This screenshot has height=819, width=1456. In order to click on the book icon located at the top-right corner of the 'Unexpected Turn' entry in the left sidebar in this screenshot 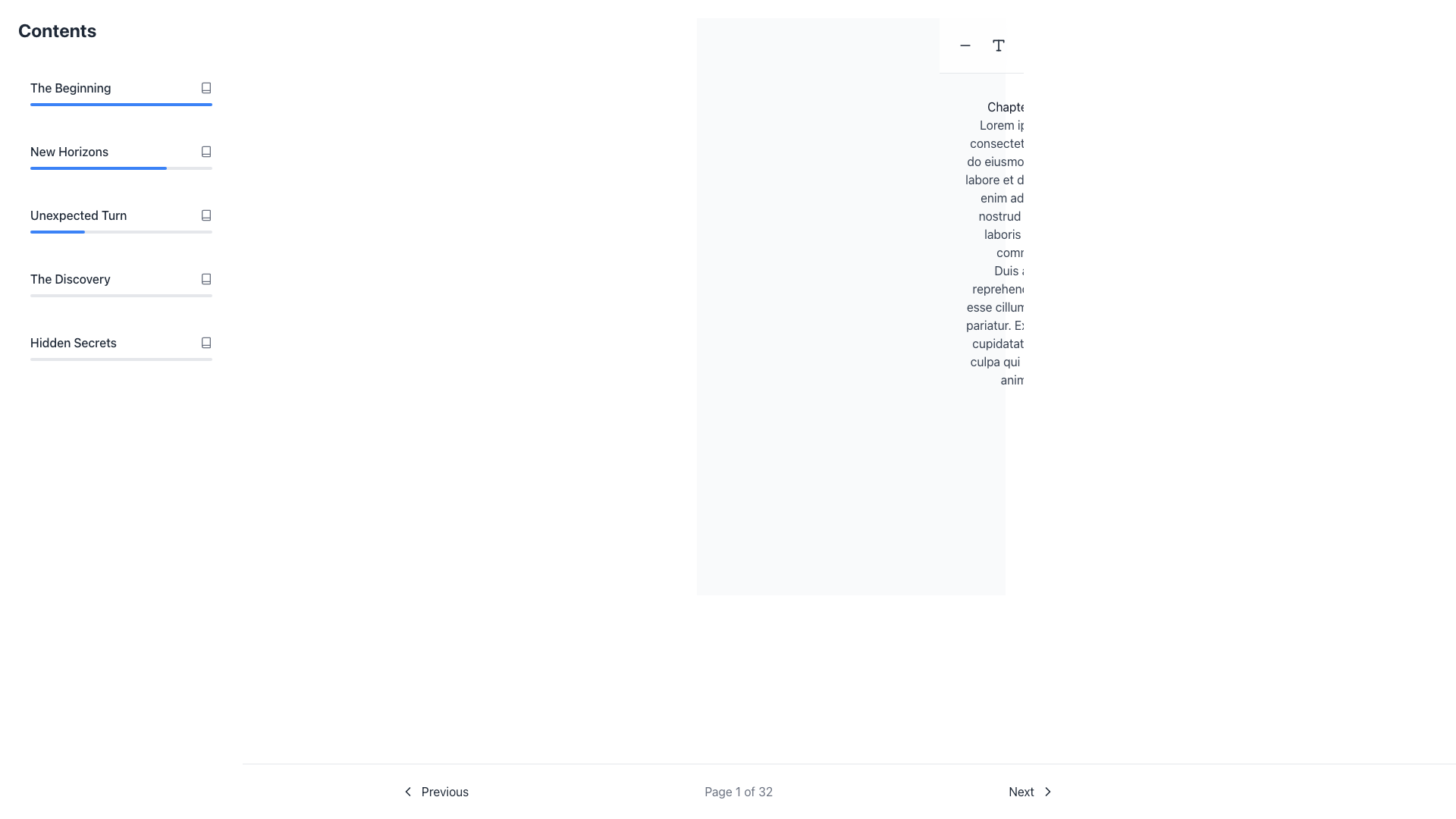, I will do `click(206, 215)`.